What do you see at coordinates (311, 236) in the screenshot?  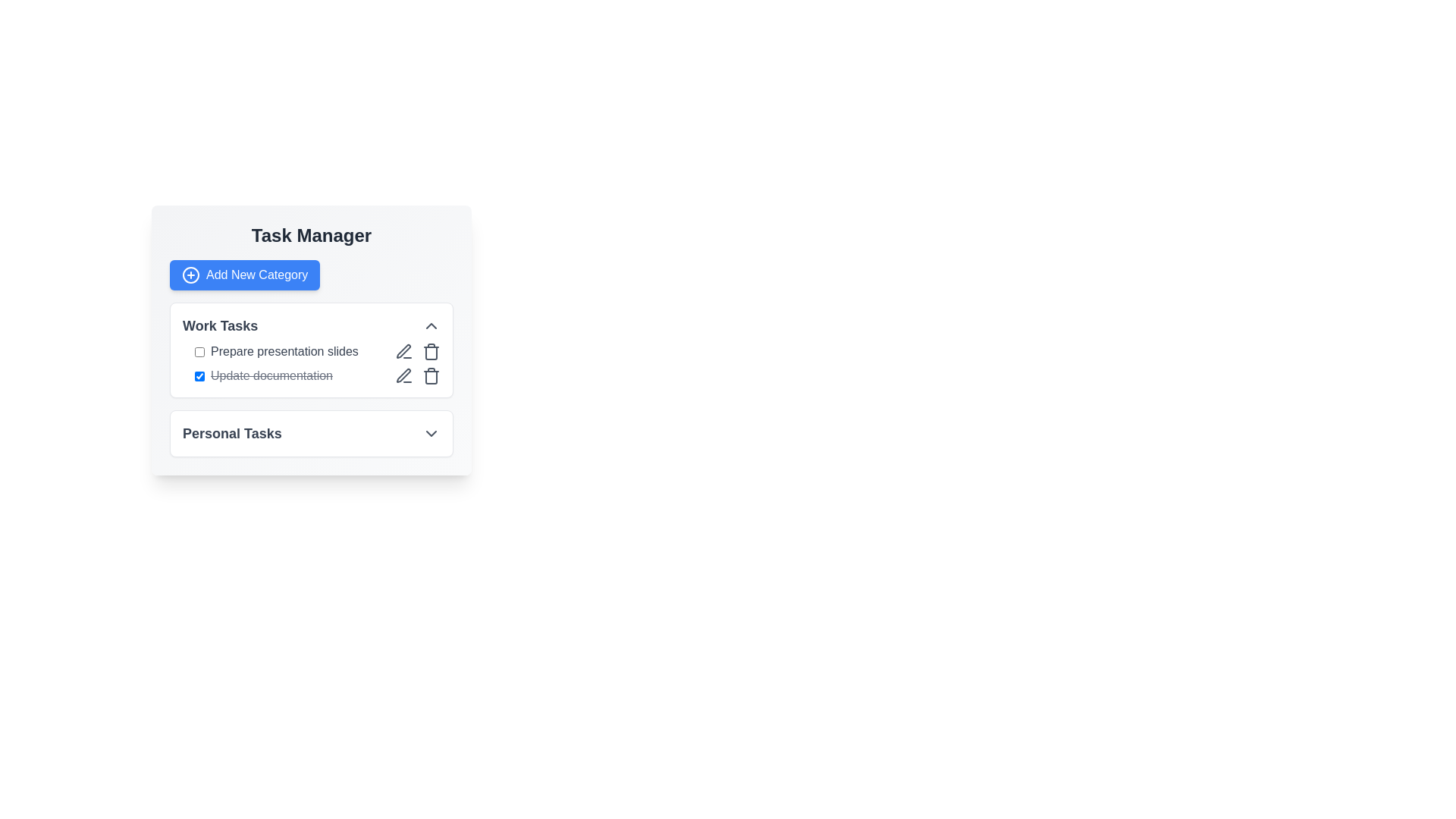 I see `the Heading or Title Text that serves as the title of the interface, indicating the purpose of the displayed content below it` at bounding box center [311, 236].